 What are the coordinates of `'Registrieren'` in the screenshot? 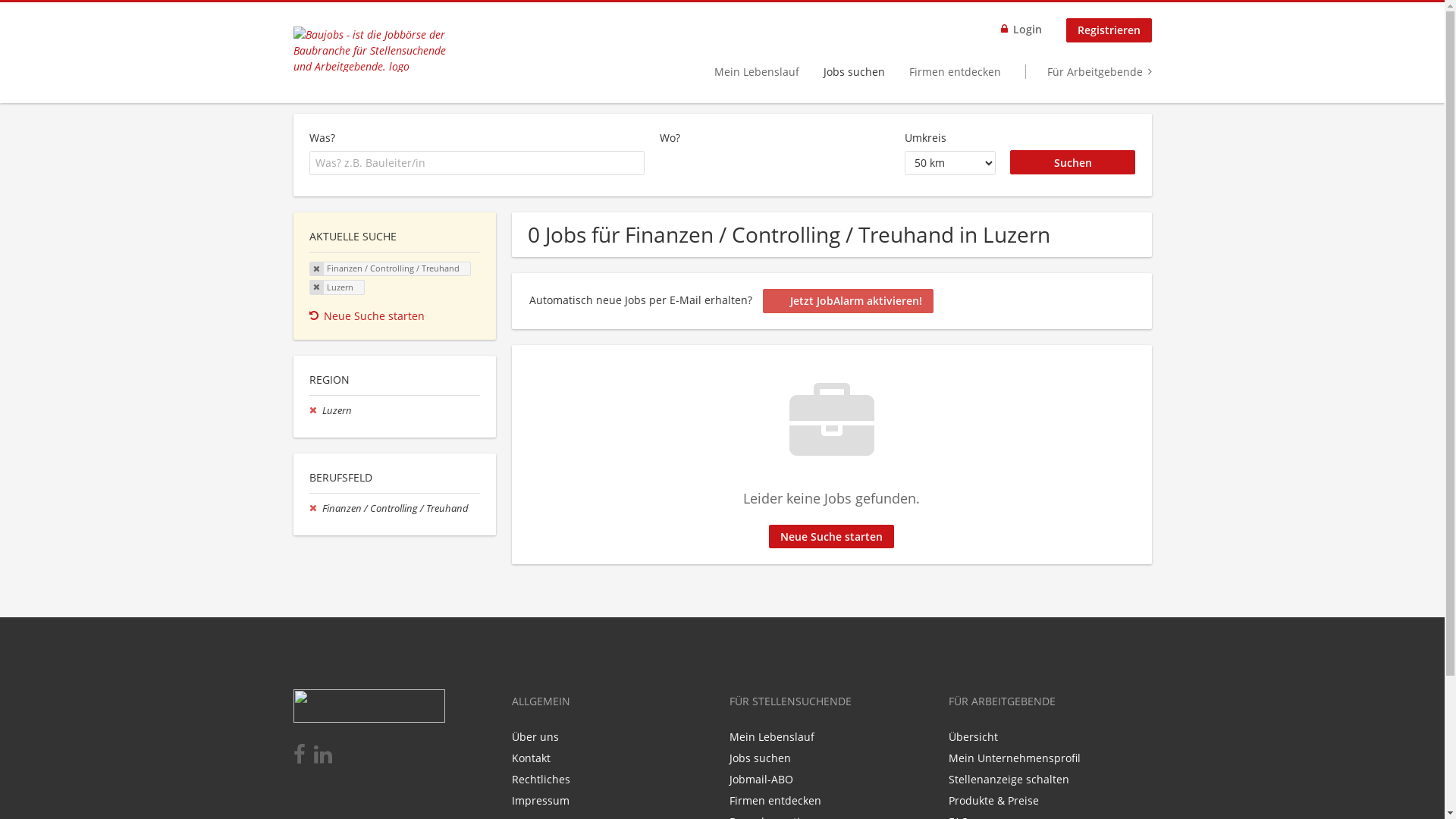 It's located at (1109, 30).